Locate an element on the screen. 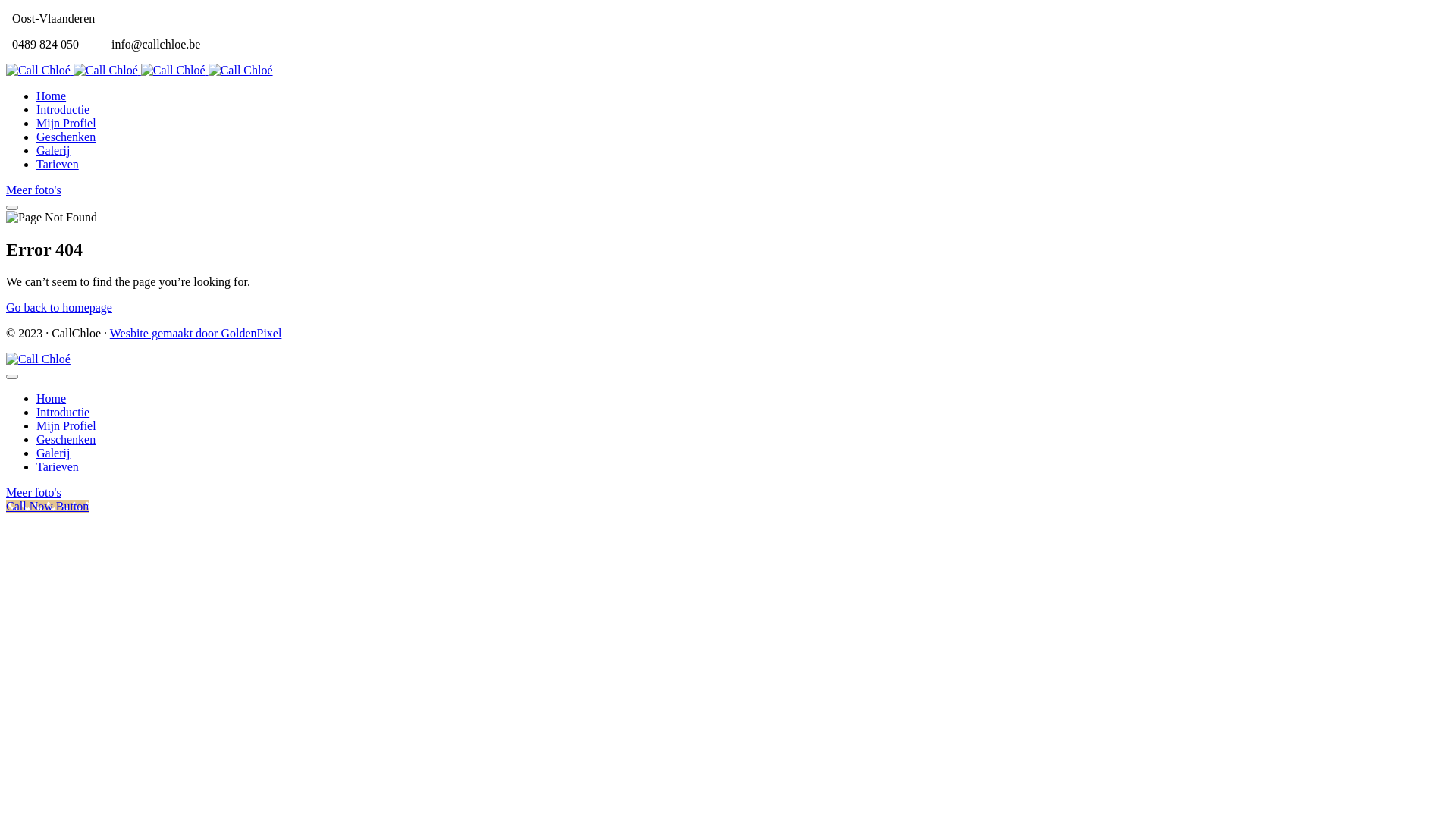 The width and height of the screenshot is (1456, 819). 'Home' is located at coordinates (36, 397).